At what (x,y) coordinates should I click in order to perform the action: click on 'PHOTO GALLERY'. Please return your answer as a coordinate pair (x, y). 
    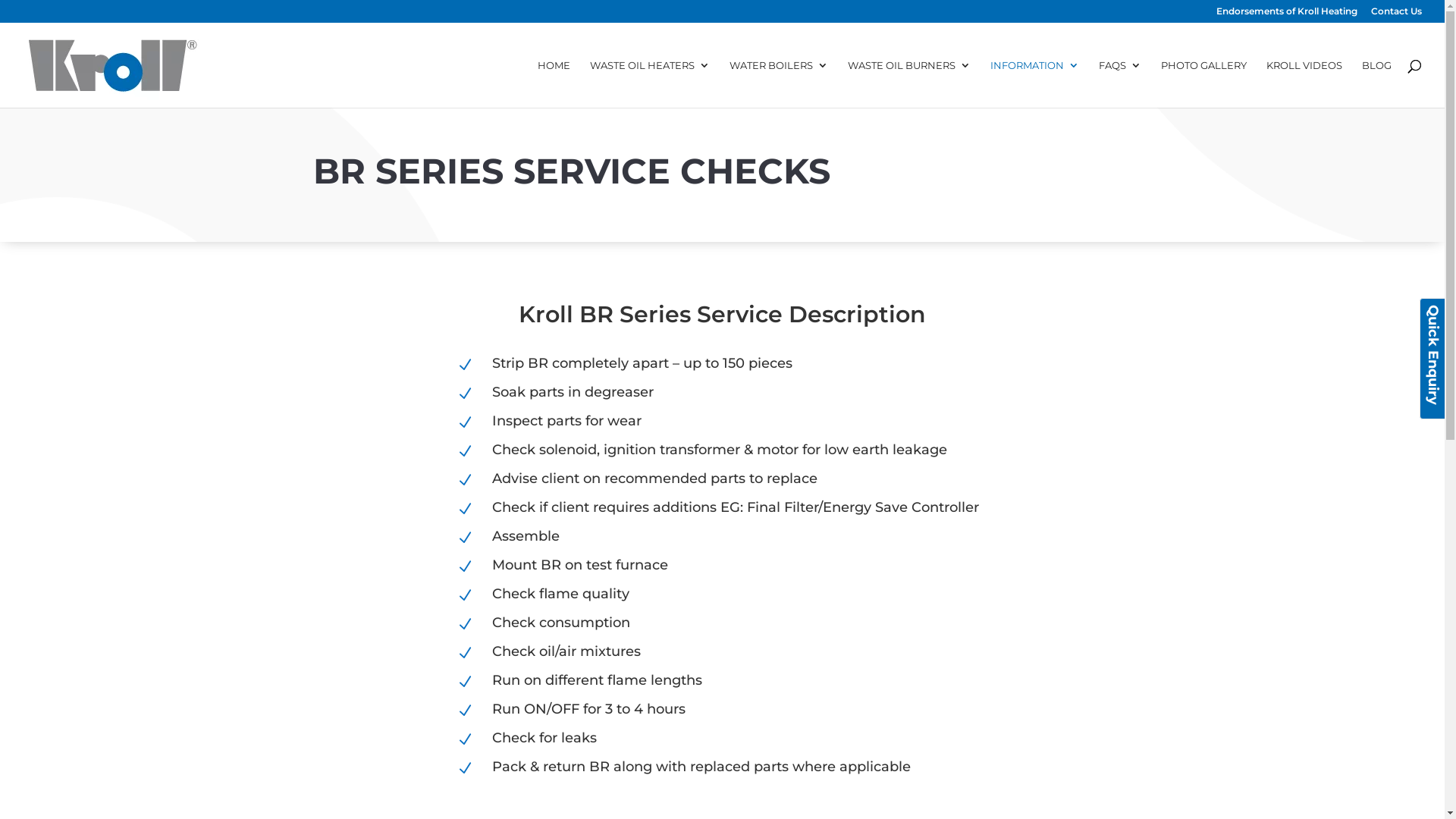
    Looking at the image, I should click on (1203, 83).